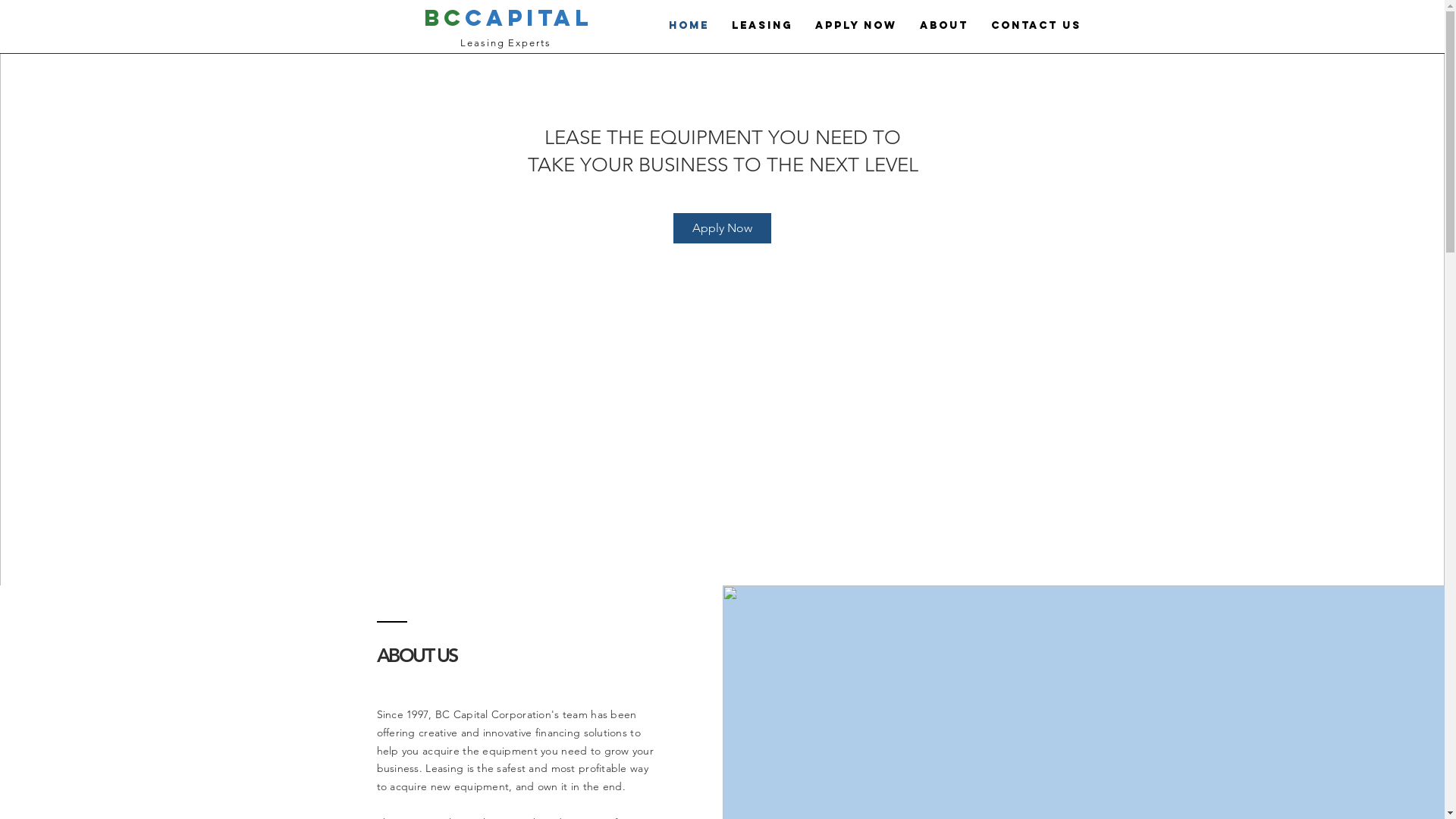 This screenshot has width=1456, height=819. Describe the element at coordinates (803, 26) in the screenshot. I see `'Apply Now'` at that location.